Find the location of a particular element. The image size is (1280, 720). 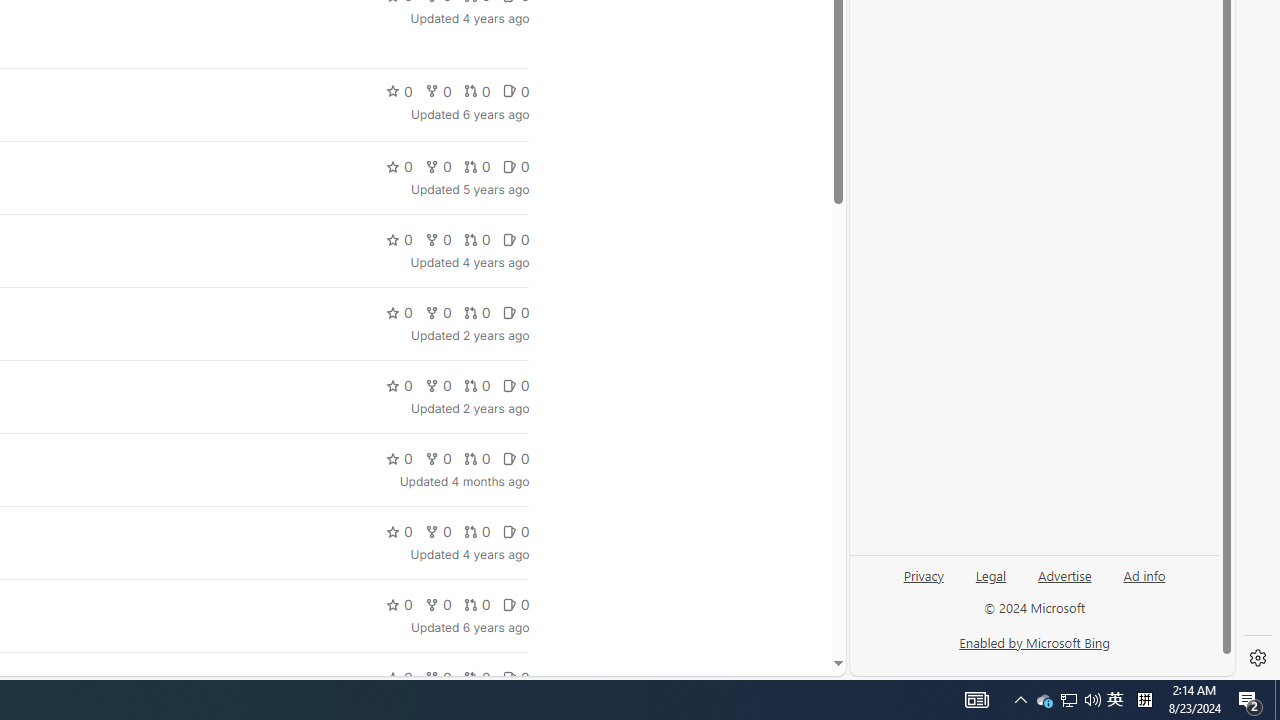

'Privacy' is located at coordinates (922, 583).